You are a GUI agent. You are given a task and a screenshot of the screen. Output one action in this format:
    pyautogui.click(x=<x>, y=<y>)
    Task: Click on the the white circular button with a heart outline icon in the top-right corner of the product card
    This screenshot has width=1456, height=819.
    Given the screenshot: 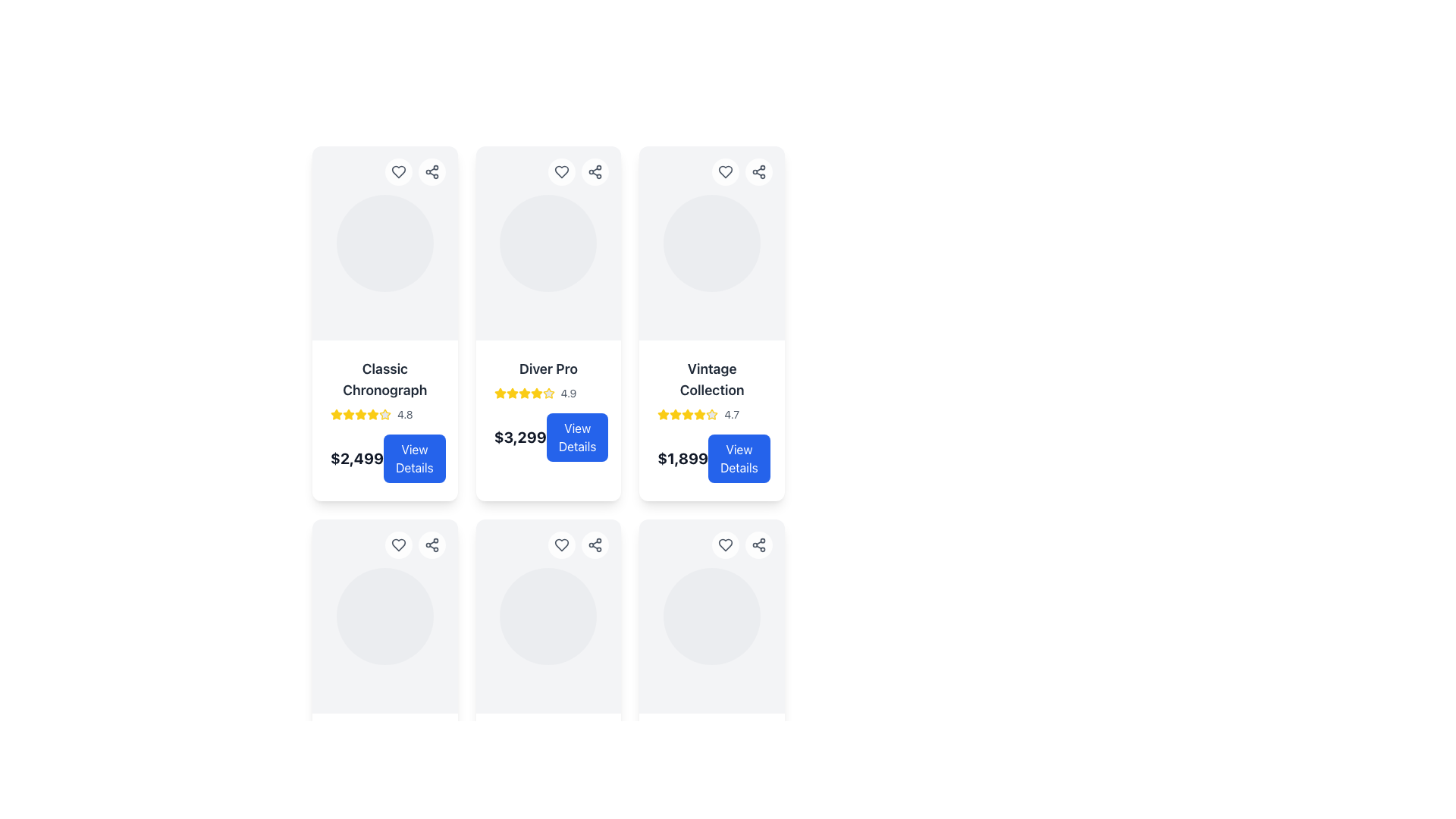 What is the action you would take?
    pyautogui.click(x=724, y=544)
    